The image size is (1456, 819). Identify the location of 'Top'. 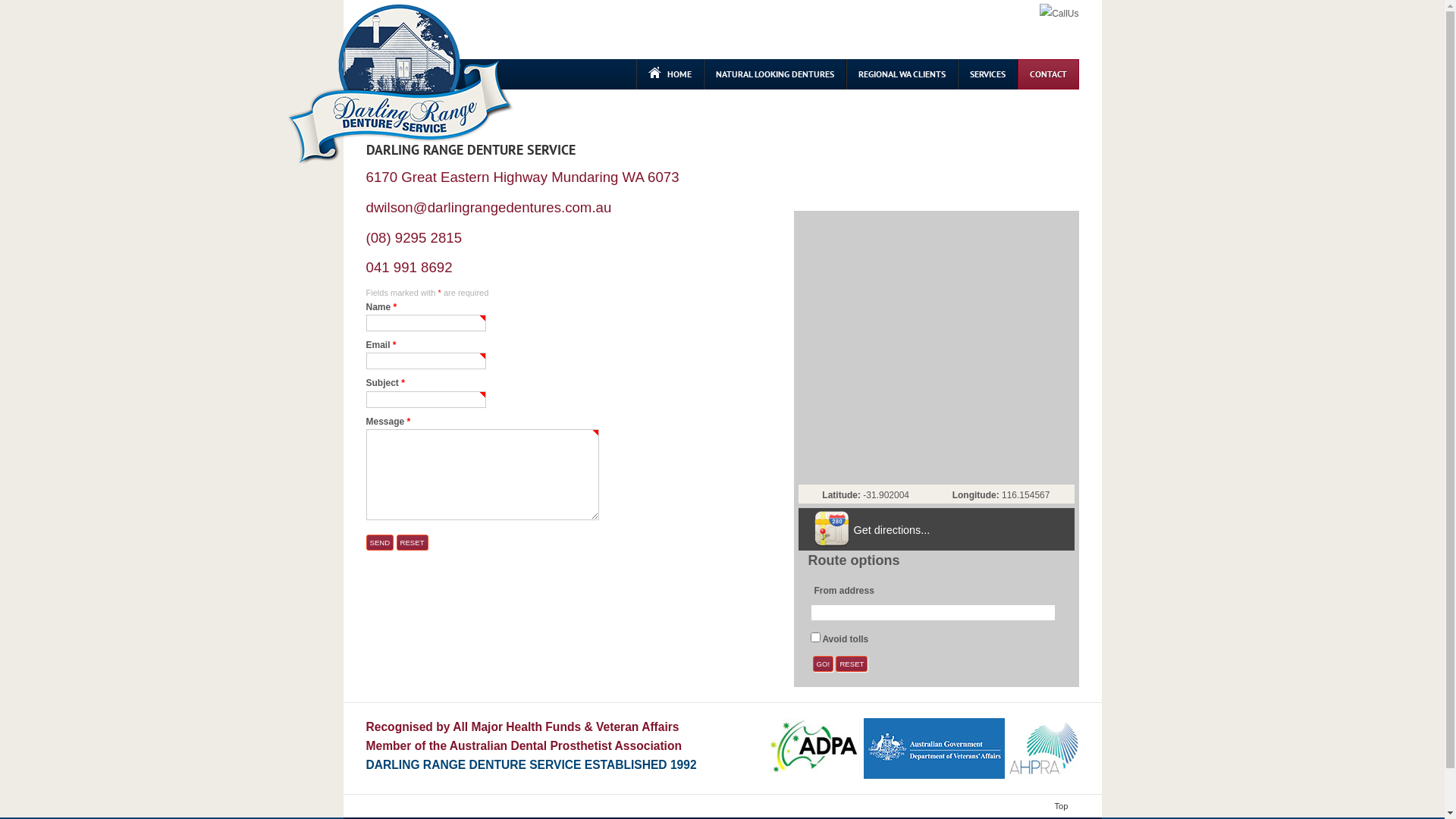
(1051, 805).